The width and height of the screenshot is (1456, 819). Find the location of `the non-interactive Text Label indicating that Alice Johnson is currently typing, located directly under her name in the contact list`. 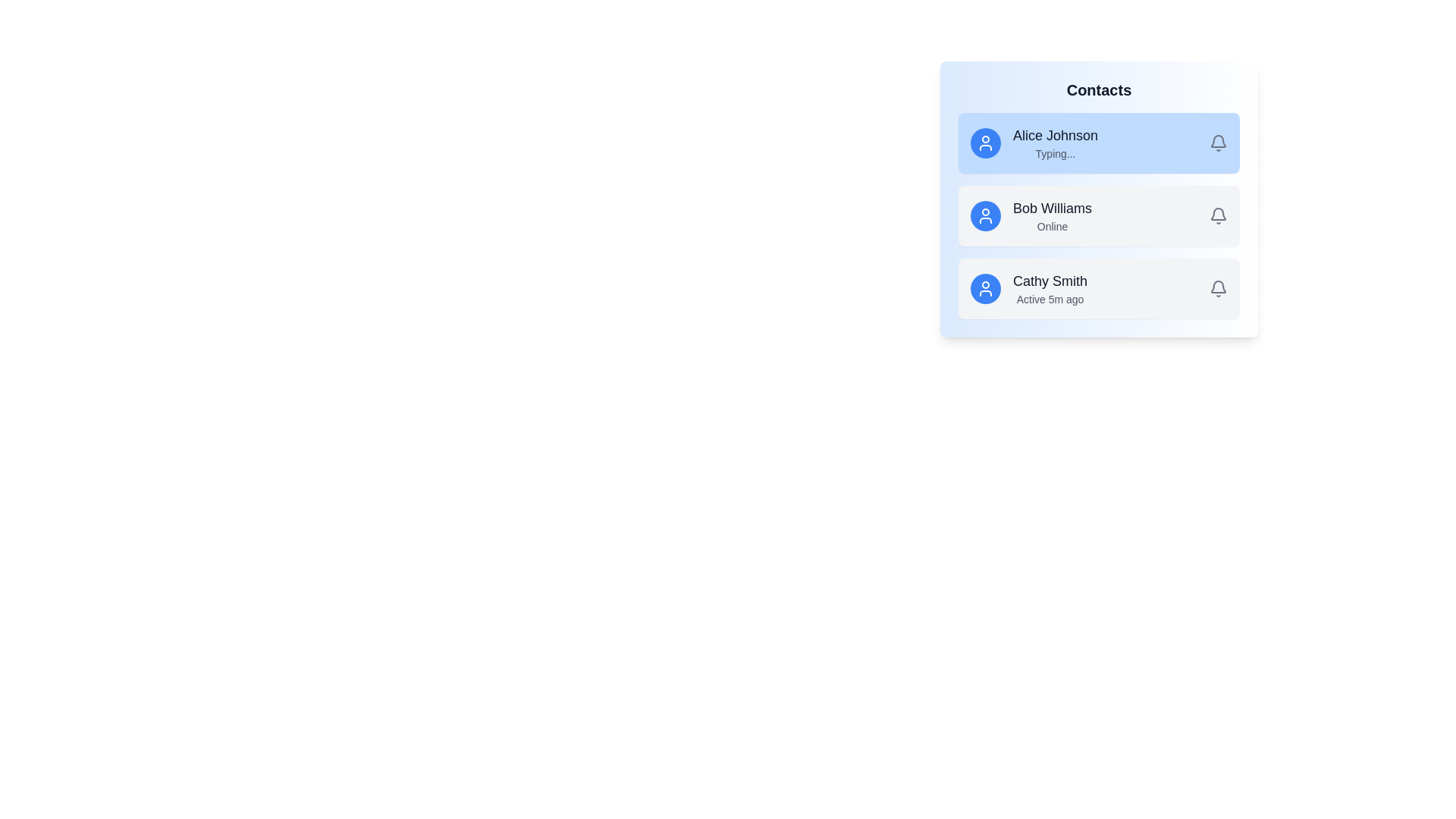

the non-interactive Text Label indicating that Alice Johnson is currently typing, located directly under her name in the contact list is located at coordinates (1055, 154).